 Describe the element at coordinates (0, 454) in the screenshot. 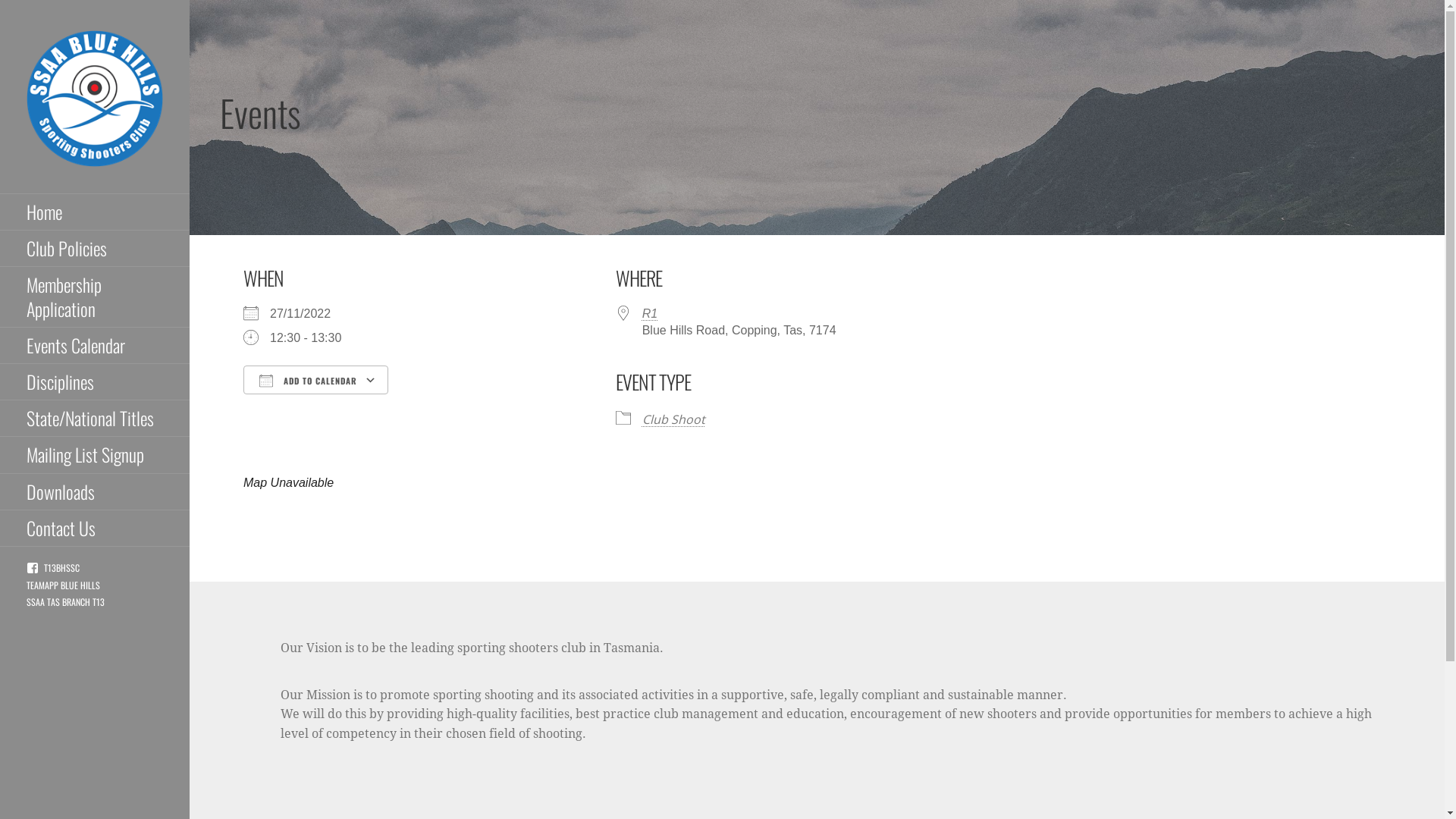

I see `'Mailing List Signup'` at that location.